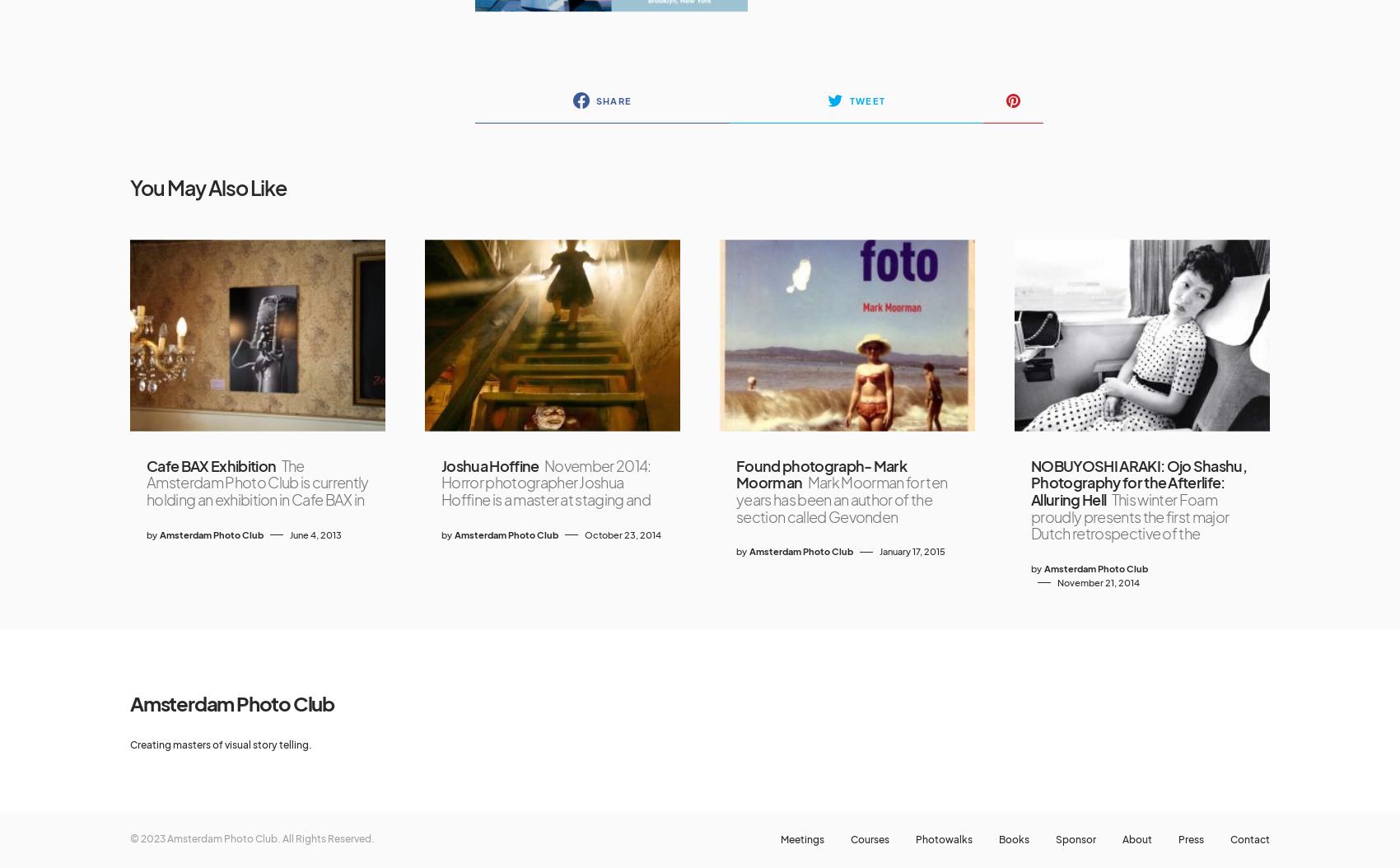  I want to click on 'January 17, 2015', so click(912, 551).